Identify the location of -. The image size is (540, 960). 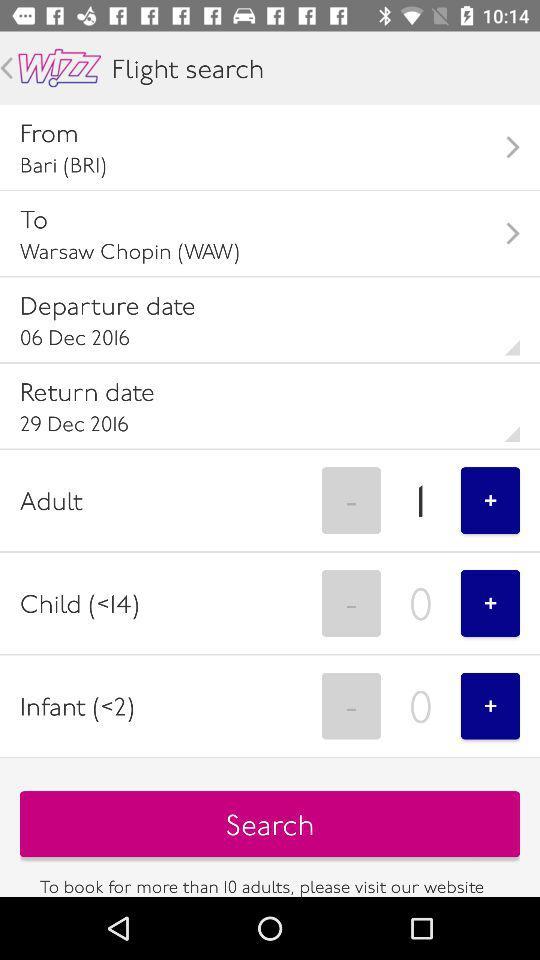
(350, 499).